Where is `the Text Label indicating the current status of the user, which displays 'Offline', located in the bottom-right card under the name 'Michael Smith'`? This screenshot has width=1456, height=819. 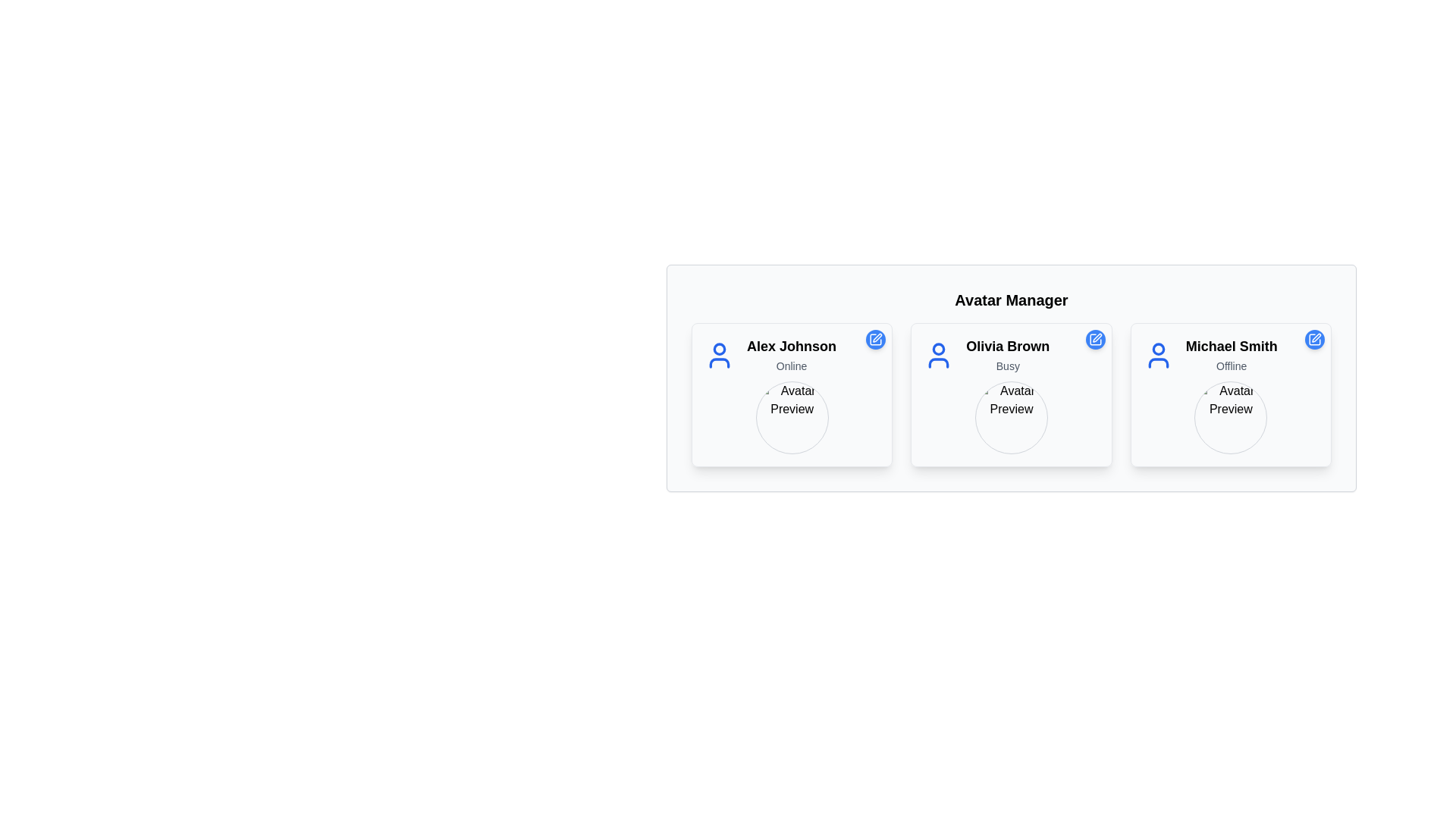
the Text Label indicating the current status of the user, which displays 'Offline', located in the bottom-right card under the name 'Michael Smith' is located at coordinates (1232, 366).